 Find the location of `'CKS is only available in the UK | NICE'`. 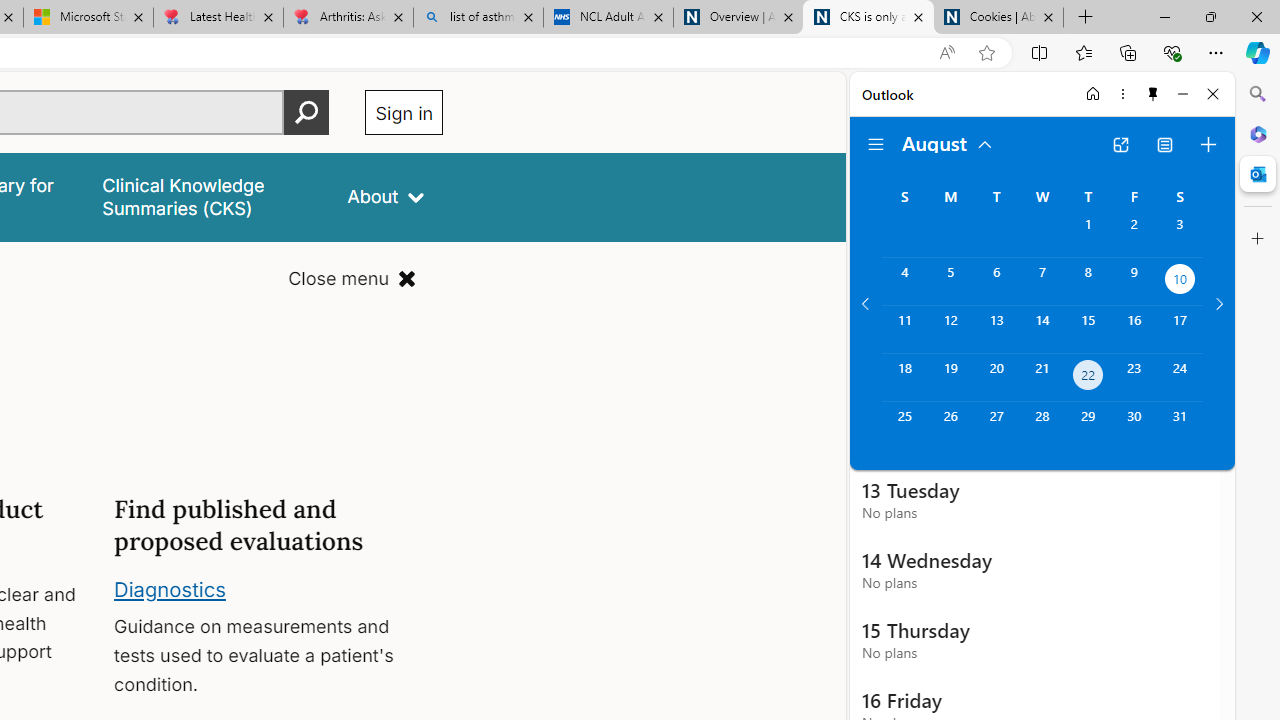

'CKS is only available in the UK | NICE' is located at coordinates (868, 17).